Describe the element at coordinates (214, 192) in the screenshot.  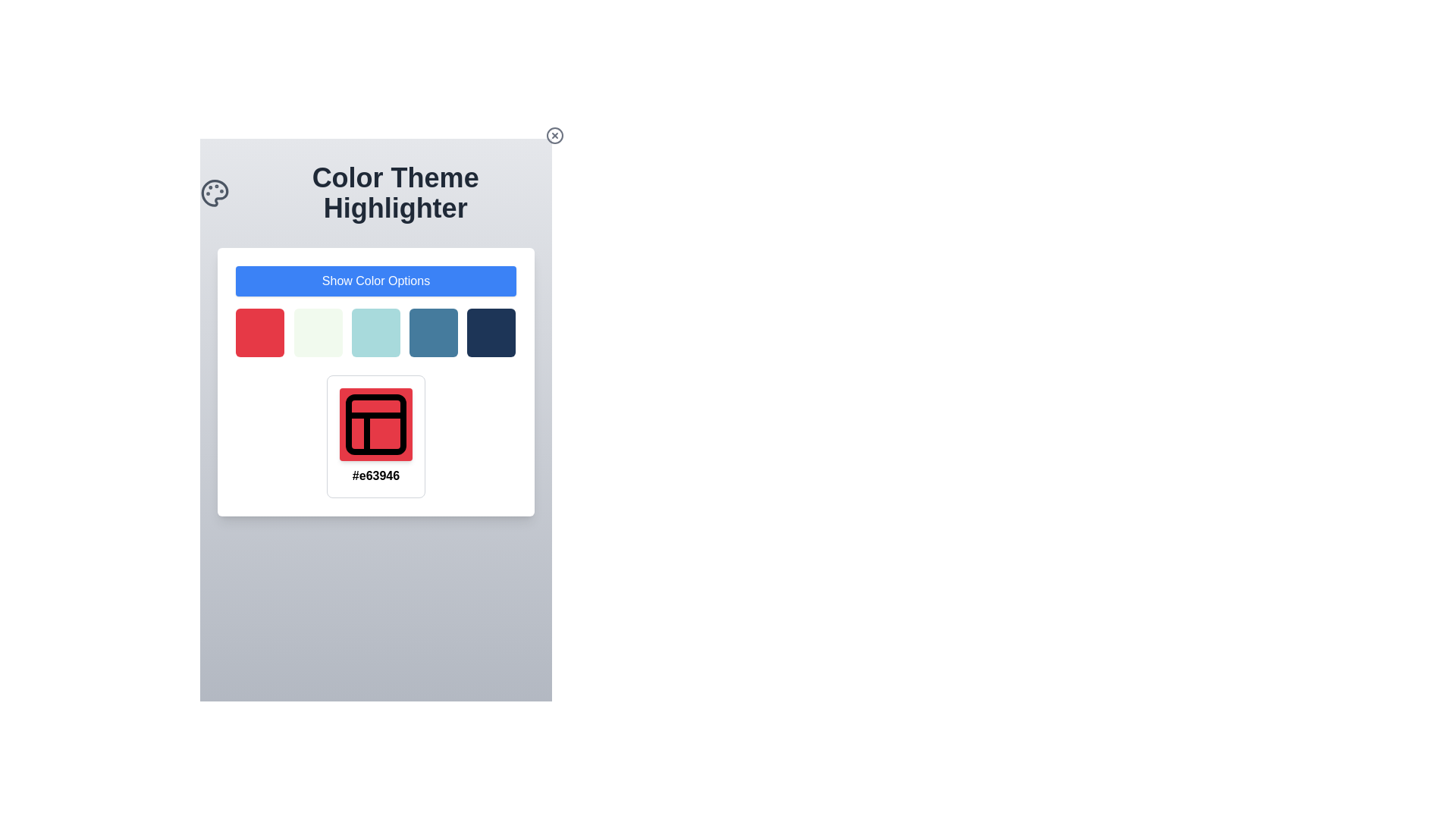
I see `the painting palette icon located to the far left of the text 'Color Theme Highlighter'` at that location.